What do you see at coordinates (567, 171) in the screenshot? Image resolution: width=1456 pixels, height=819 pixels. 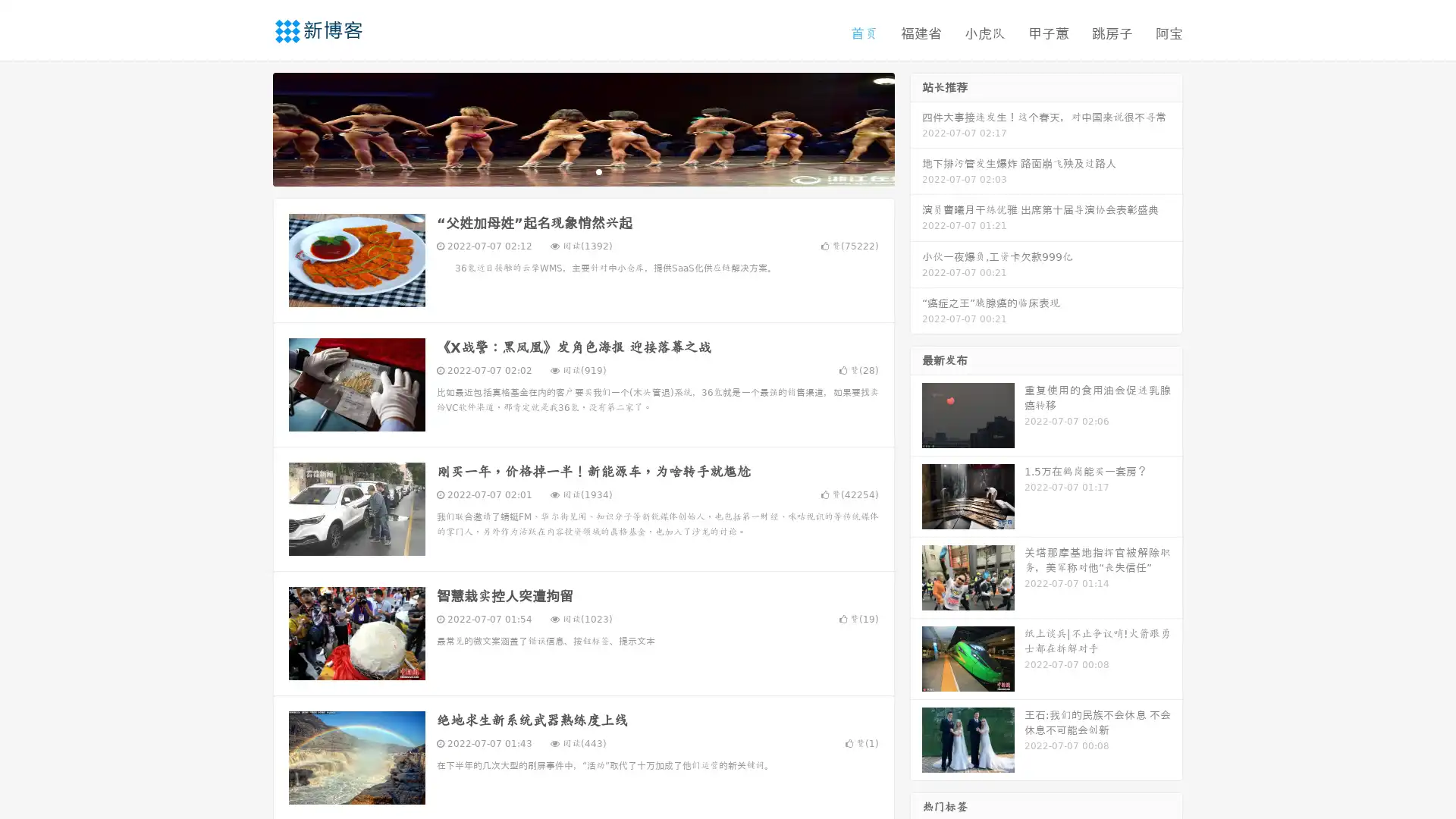 I see `Go to slide 1` at bounding box center [567, 171].